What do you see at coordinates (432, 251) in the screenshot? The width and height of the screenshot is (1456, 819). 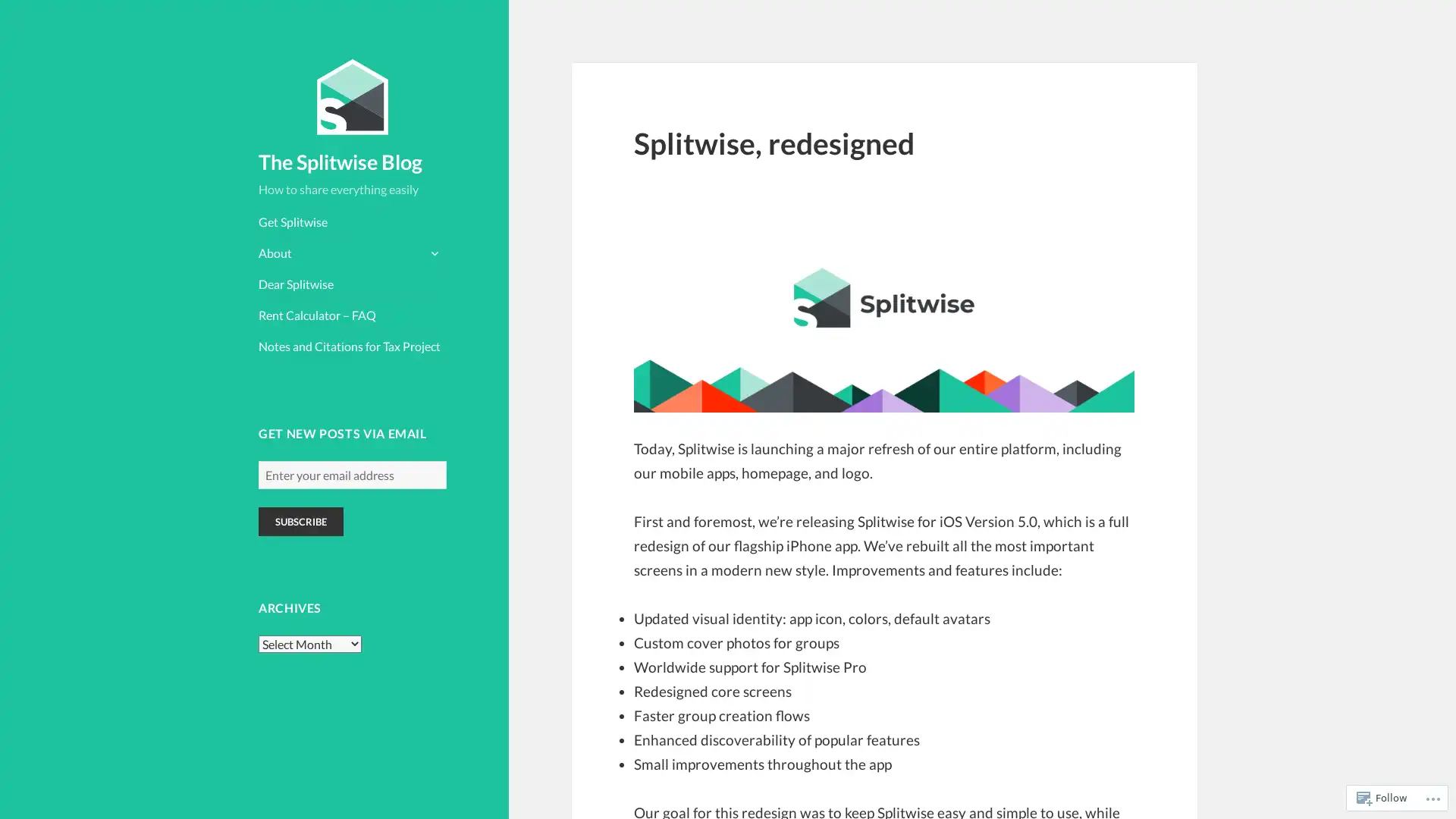 I see `expand child menu` at bounding box center [432, 251].